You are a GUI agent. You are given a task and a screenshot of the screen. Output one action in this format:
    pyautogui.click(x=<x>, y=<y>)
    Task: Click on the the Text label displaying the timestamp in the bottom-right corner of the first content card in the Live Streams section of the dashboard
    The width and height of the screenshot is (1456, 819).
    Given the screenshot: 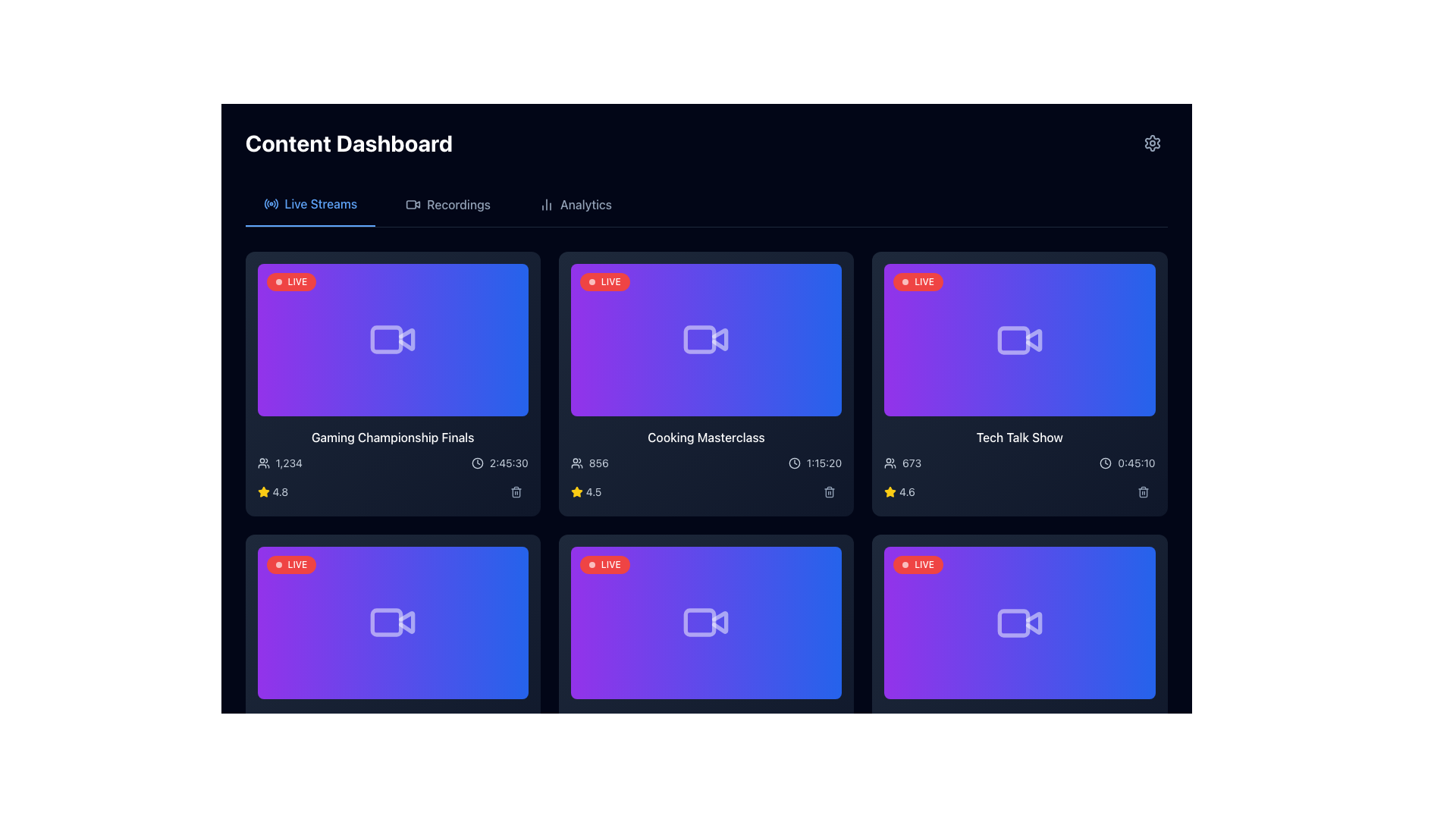 What is the action you would take?
    pyautogui.click(x=509, y=462)
    